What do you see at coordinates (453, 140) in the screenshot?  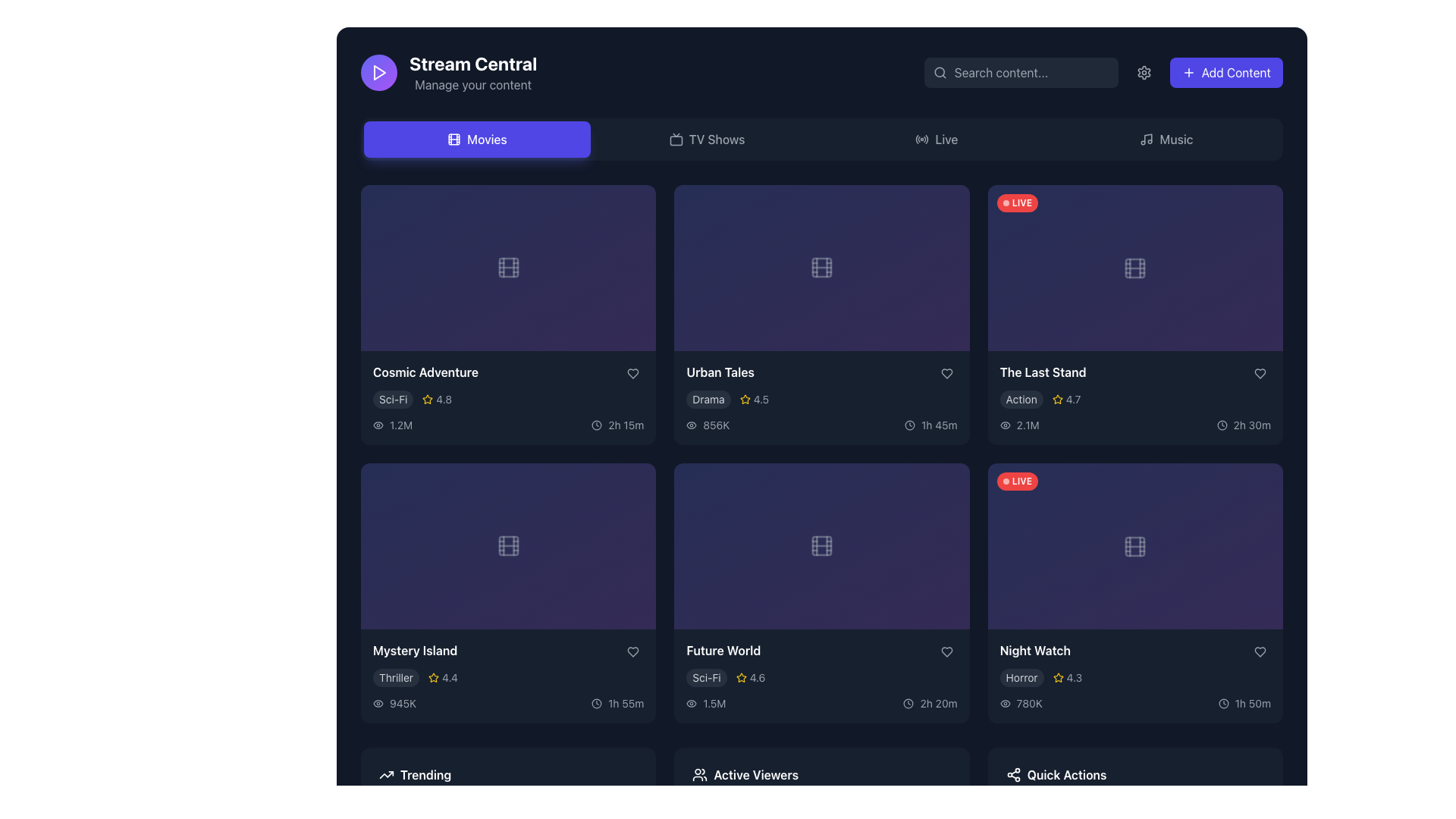 I see `the SVG icon resembling a film strip, which is positioned to the left of the 'Movies' button in the navigation bar` at bounding box center [453, 140].